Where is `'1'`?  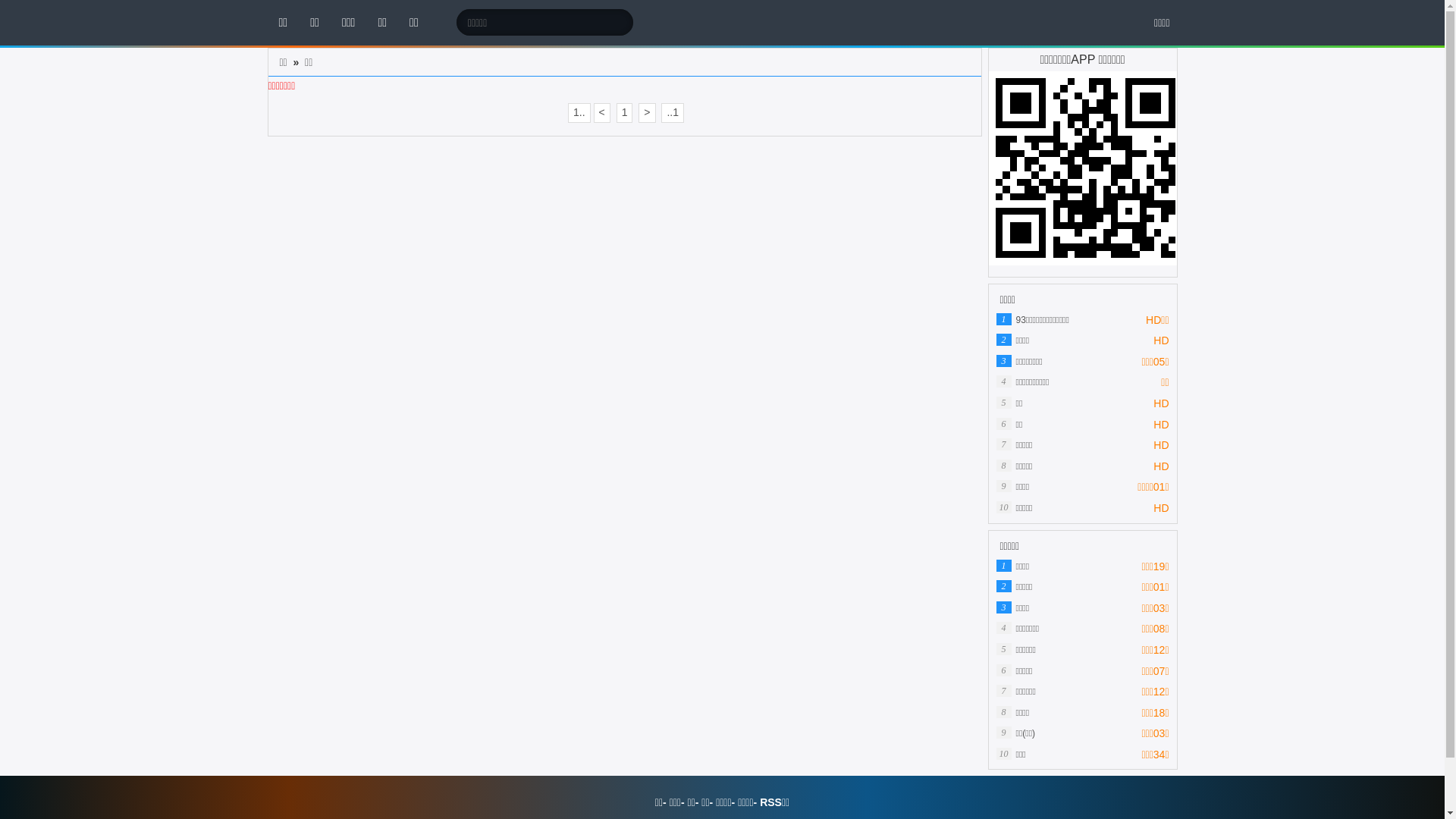 '1' is located at coordinates (616, 112).